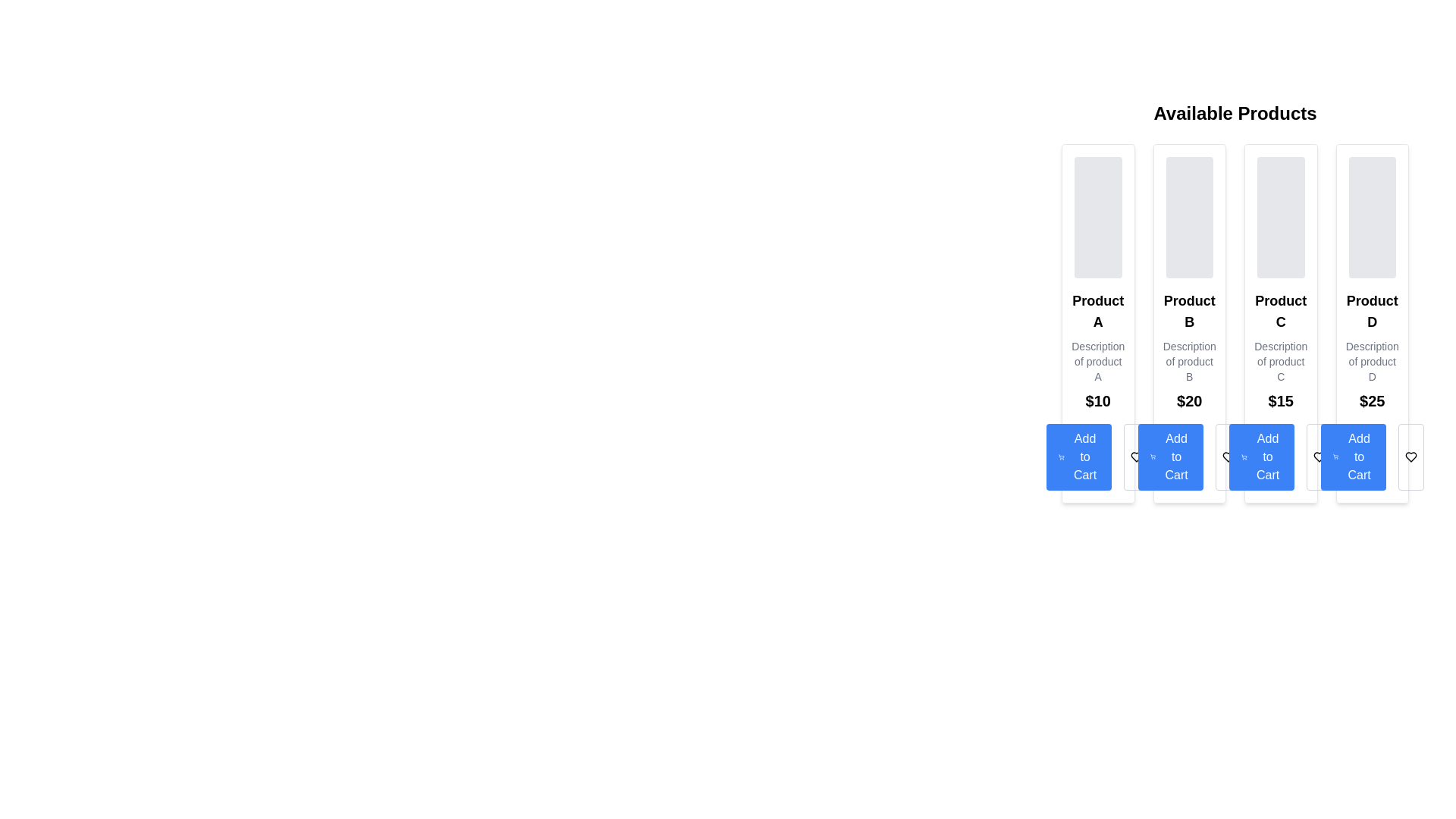 The width and height of the screenshot is (1456, 819). What do you see at coordinates (1098, 400) in the screenshot?
I see `bold text displaying '$10' that is positioned below the description text of 'Product A' and above the 'Add to Cart' button` at bounding box center [1098, 400].